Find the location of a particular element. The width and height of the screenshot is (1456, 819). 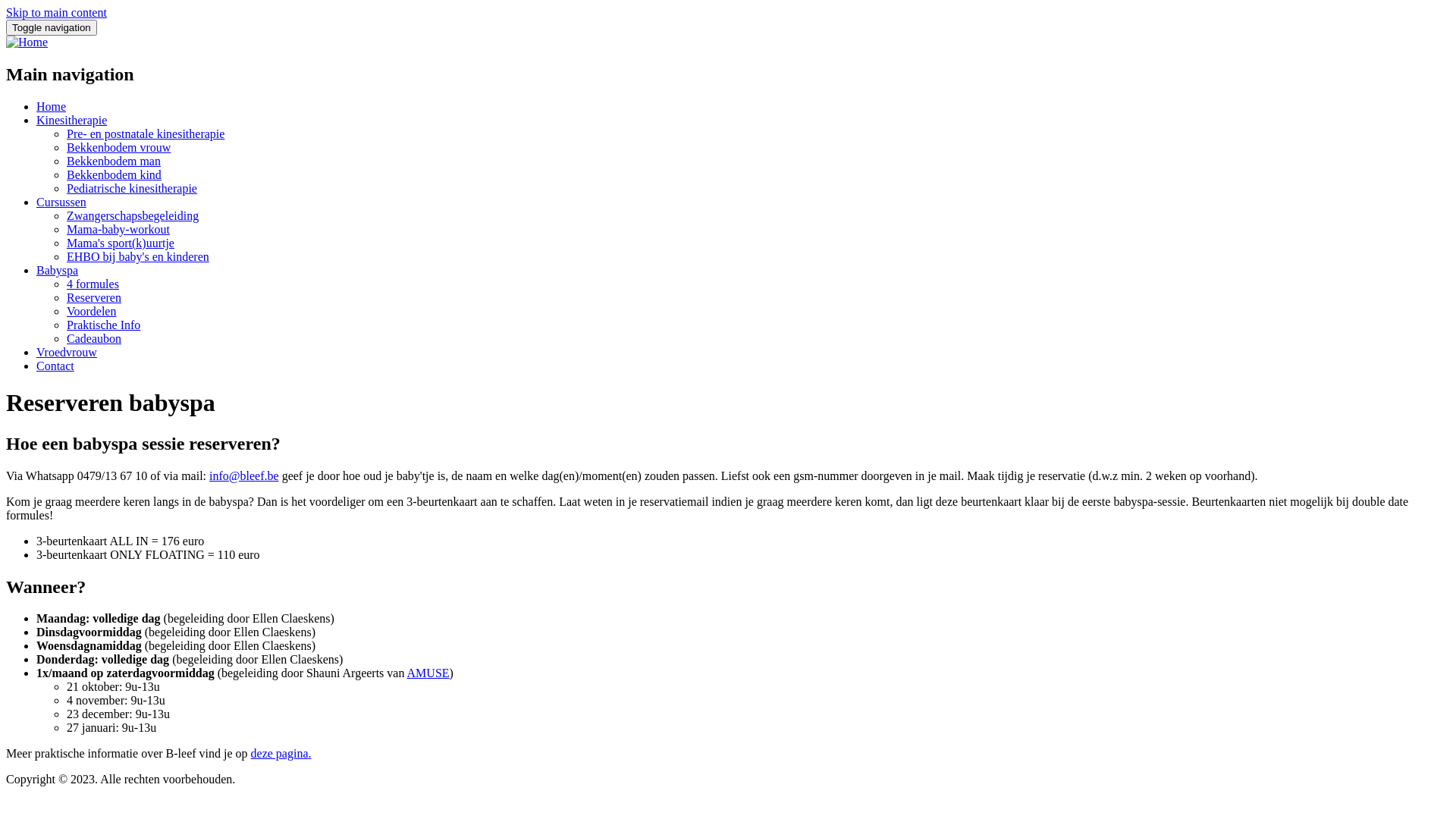

'Contact' is located at coordinates (55, 366).